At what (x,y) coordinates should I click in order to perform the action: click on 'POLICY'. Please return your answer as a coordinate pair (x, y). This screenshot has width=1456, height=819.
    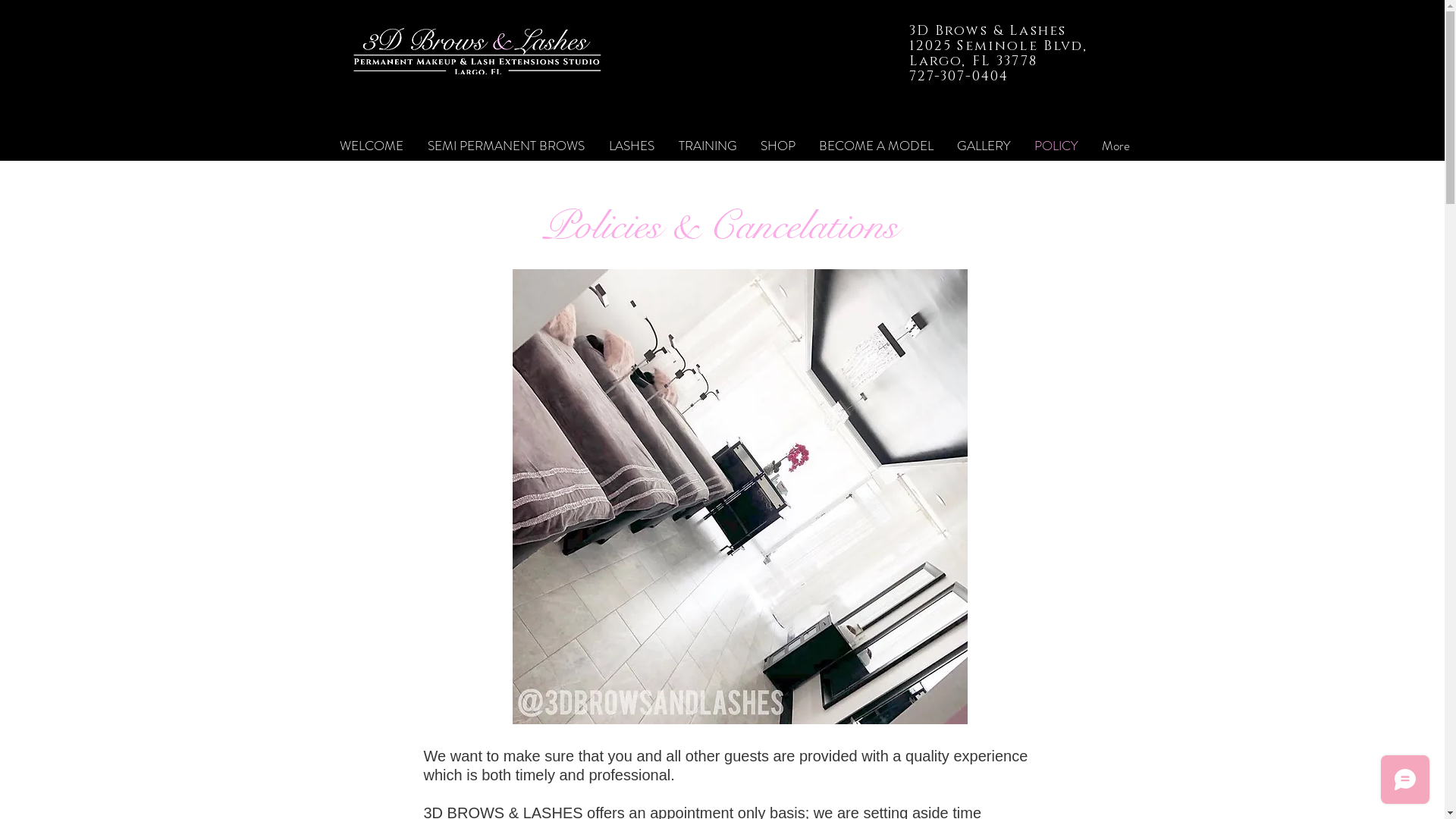
    Looking at the image, I should click on (1055, 146).